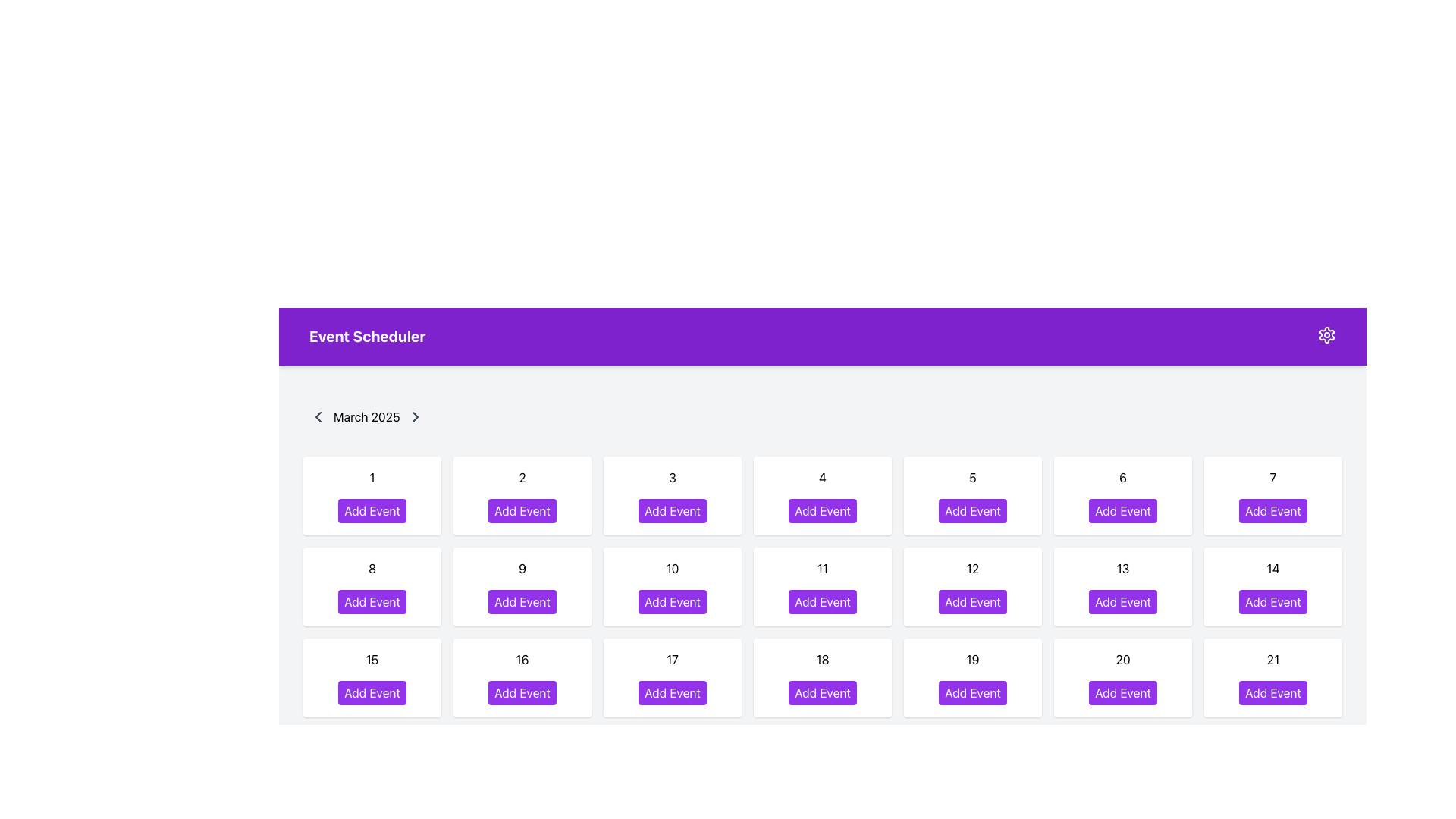 This screenshot has width=1456, height=819. Describe the element at coordinates (1273, 693) in the screenshot. I see `the button used to add an event for the date '21'` at that location.